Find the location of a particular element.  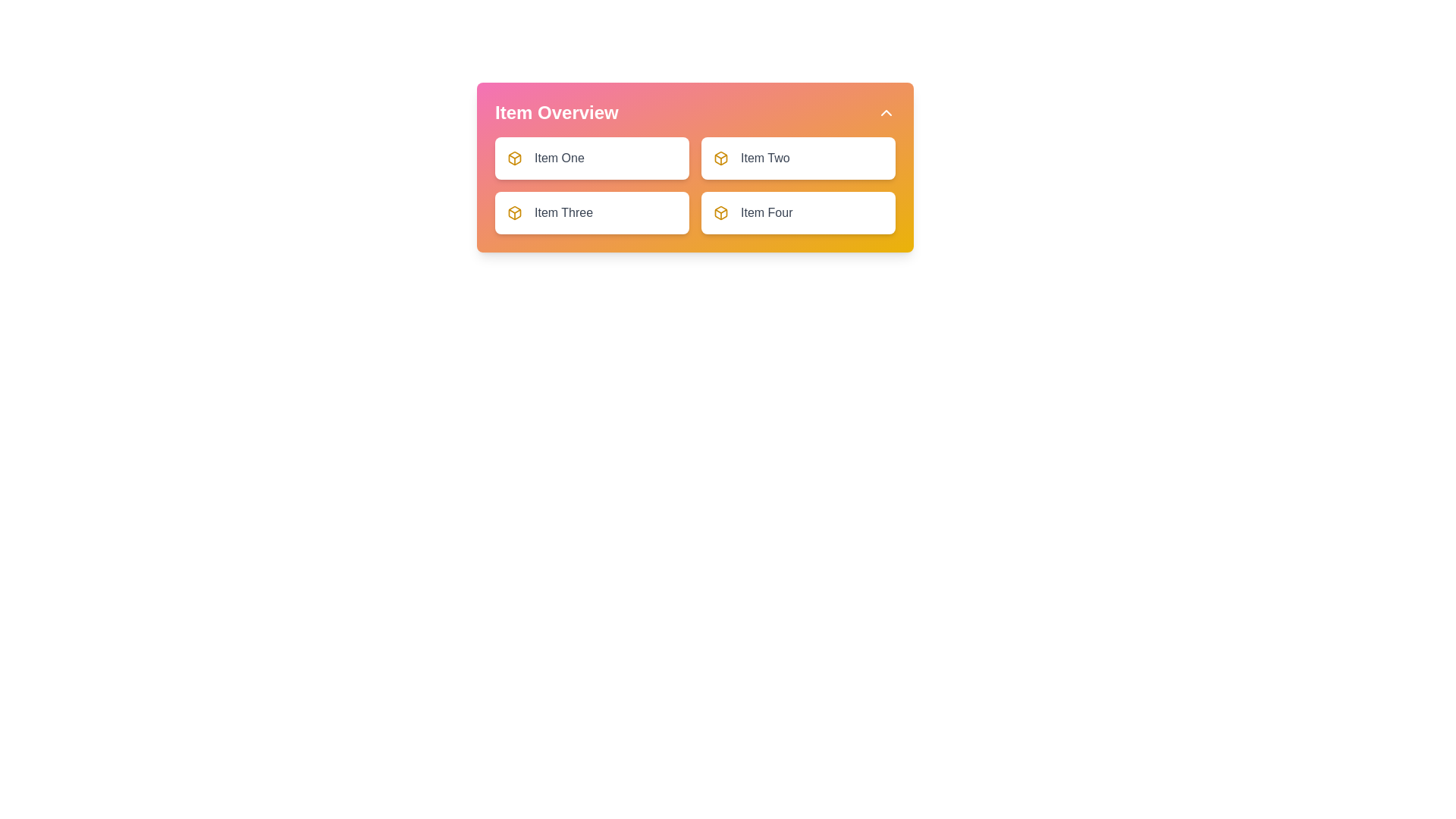

the icon representing 'Item One' located at the top-left corner of the interface is located at coordinates (514, 158).